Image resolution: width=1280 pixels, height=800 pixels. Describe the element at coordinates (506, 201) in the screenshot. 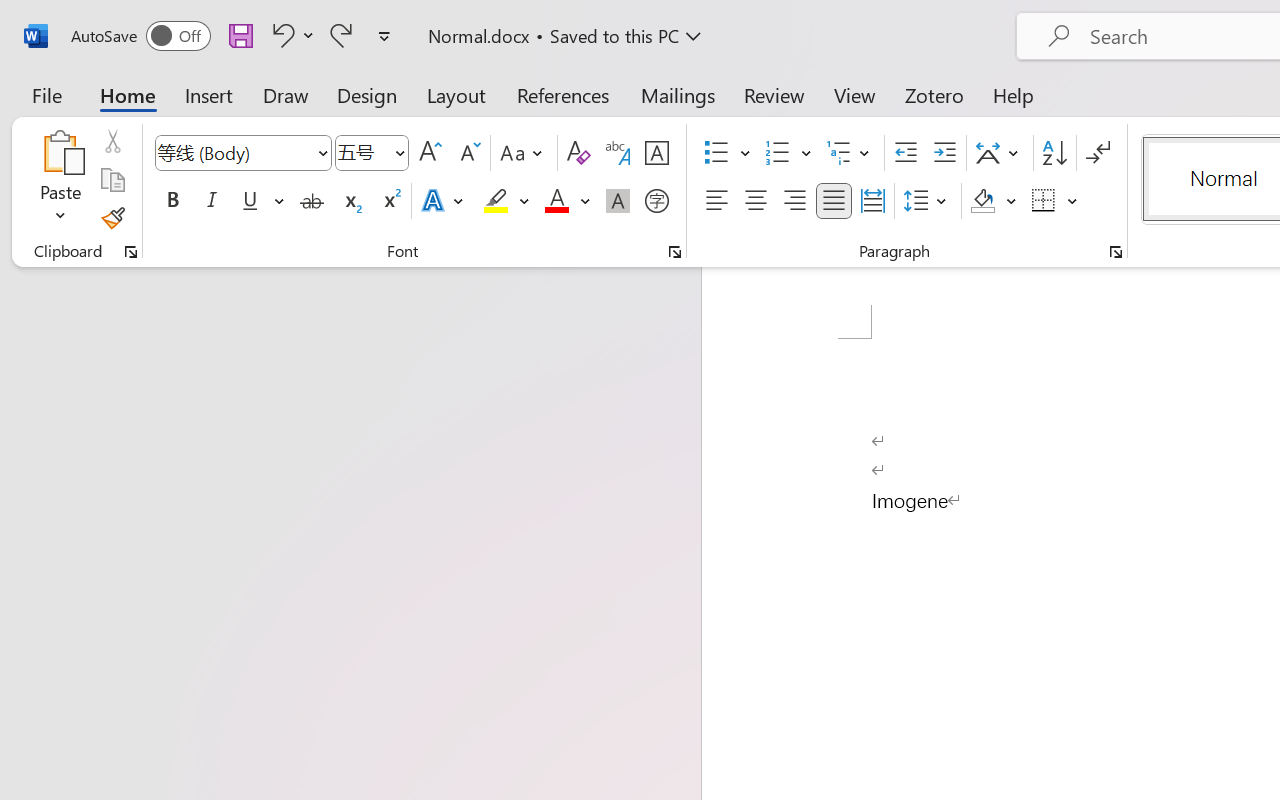

I see `'Text Highlight Color'` at that location.